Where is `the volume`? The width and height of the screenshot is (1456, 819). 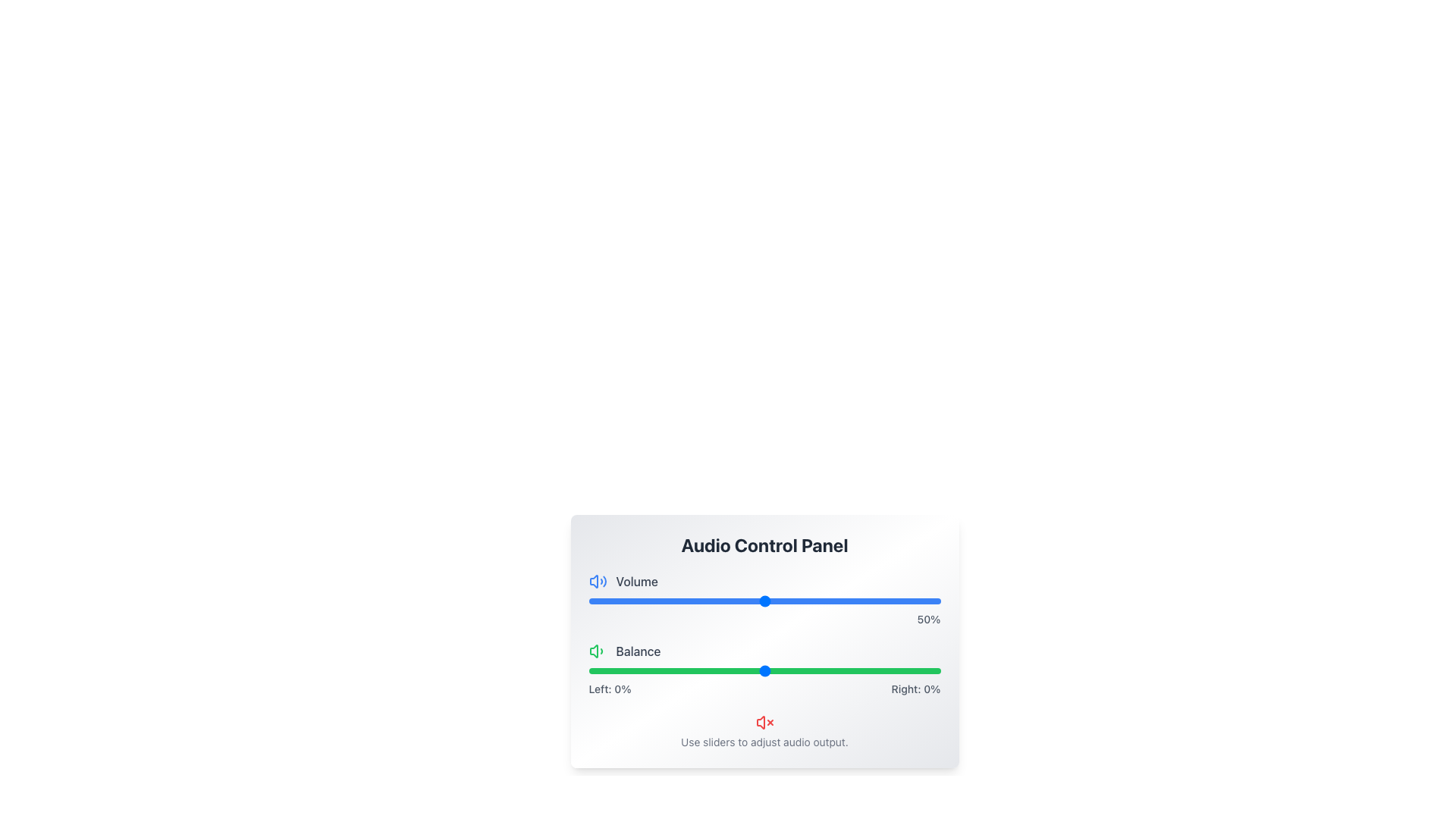 the volume is located at coordinates (610, 601).